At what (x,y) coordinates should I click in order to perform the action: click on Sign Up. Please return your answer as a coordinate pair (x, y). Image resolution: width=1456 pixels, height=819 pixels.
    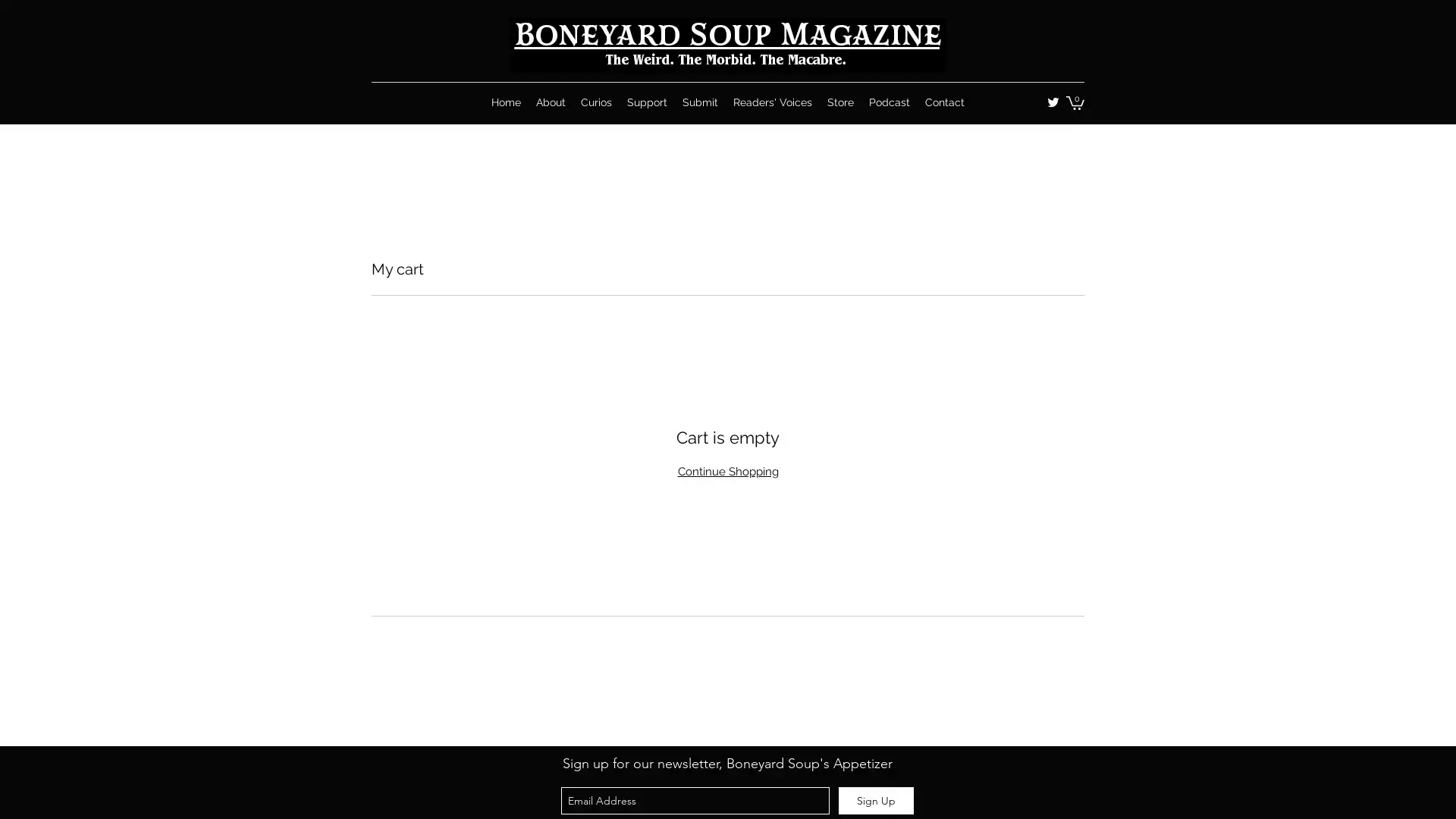
    Looking at the image, I should click on (876, 800).